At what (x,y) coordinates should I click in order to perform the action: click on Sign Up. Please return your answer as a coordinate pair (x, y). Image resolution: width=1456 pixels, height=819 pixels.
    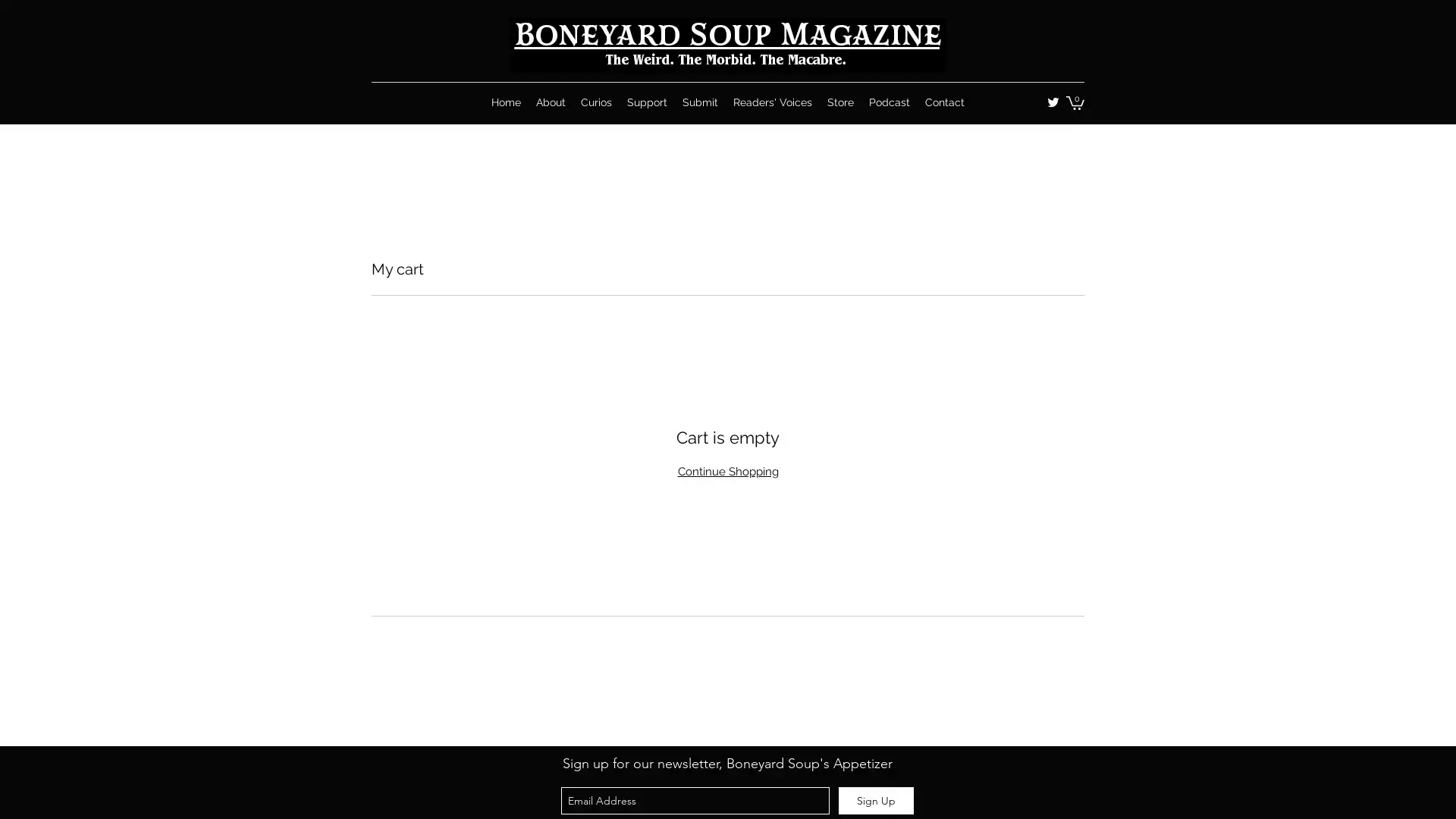
    Looking at the image, I should click on (876, 800).